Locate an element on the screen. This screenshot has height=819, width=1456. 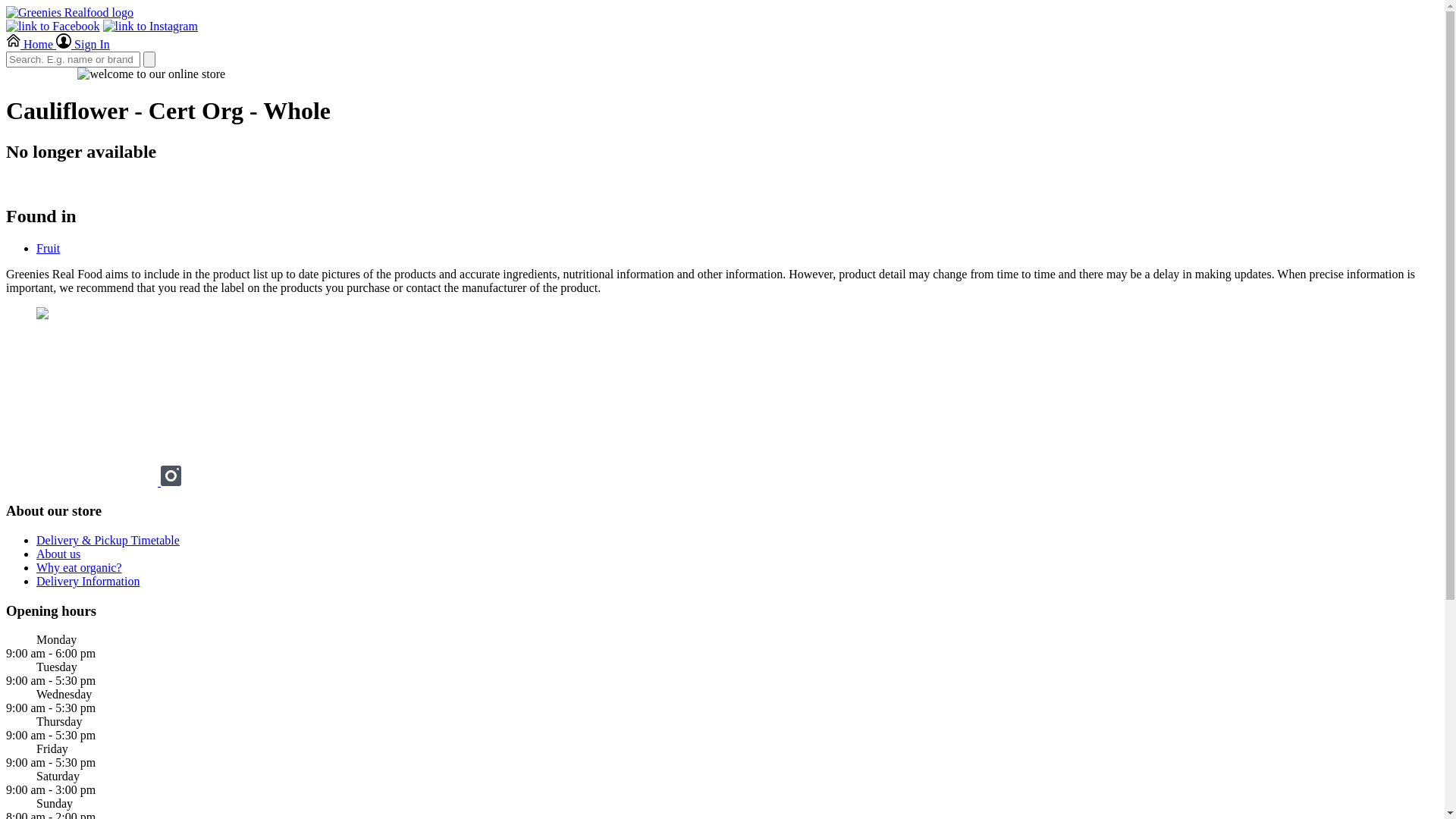
'Fruit' is located at coordinates (48, 247).